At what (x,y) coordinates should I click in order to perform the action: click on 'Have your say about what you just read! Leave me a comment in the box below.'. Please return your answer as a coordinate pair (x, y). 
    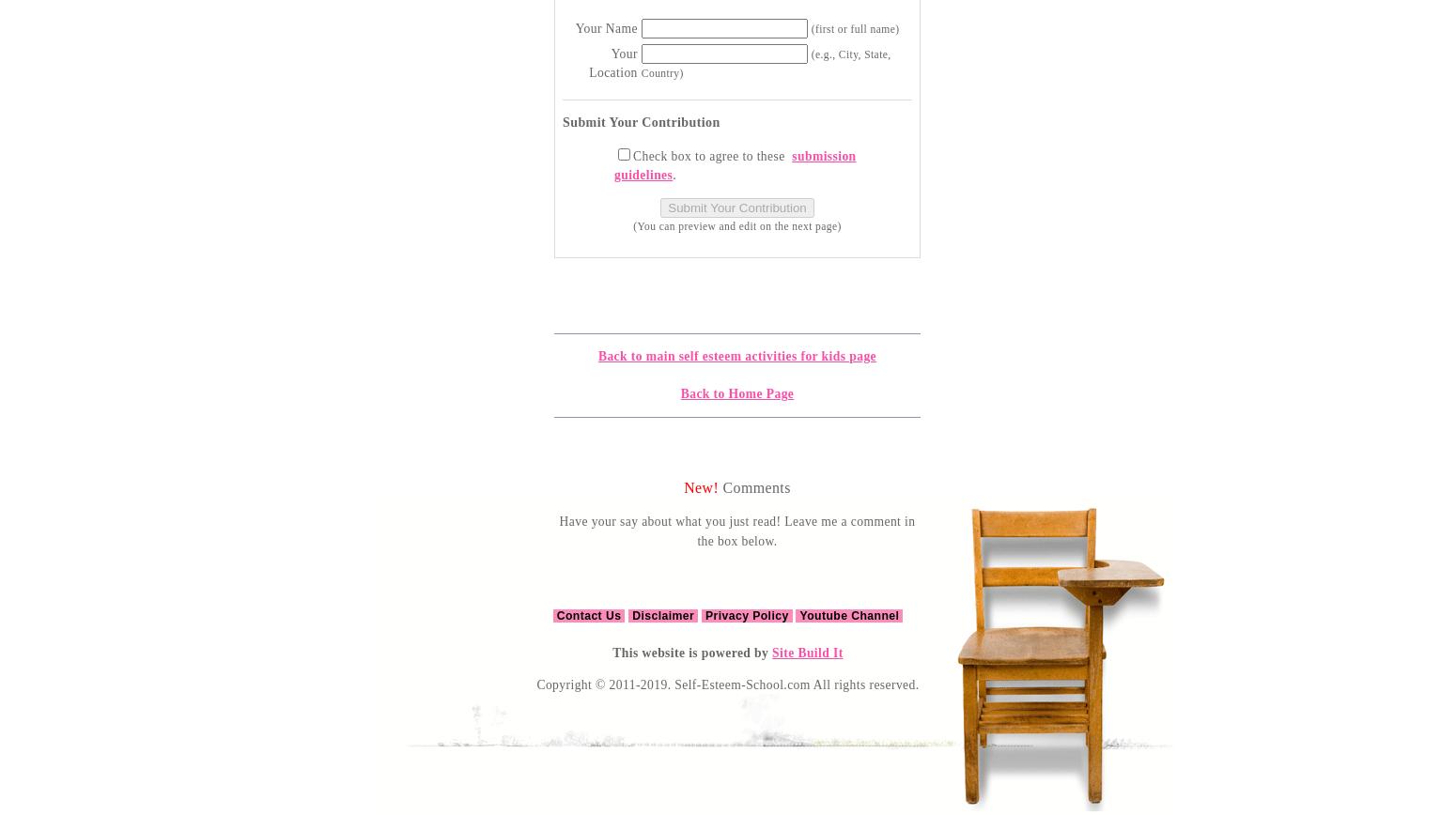
    Looking at the image, I should click on (736, 531).